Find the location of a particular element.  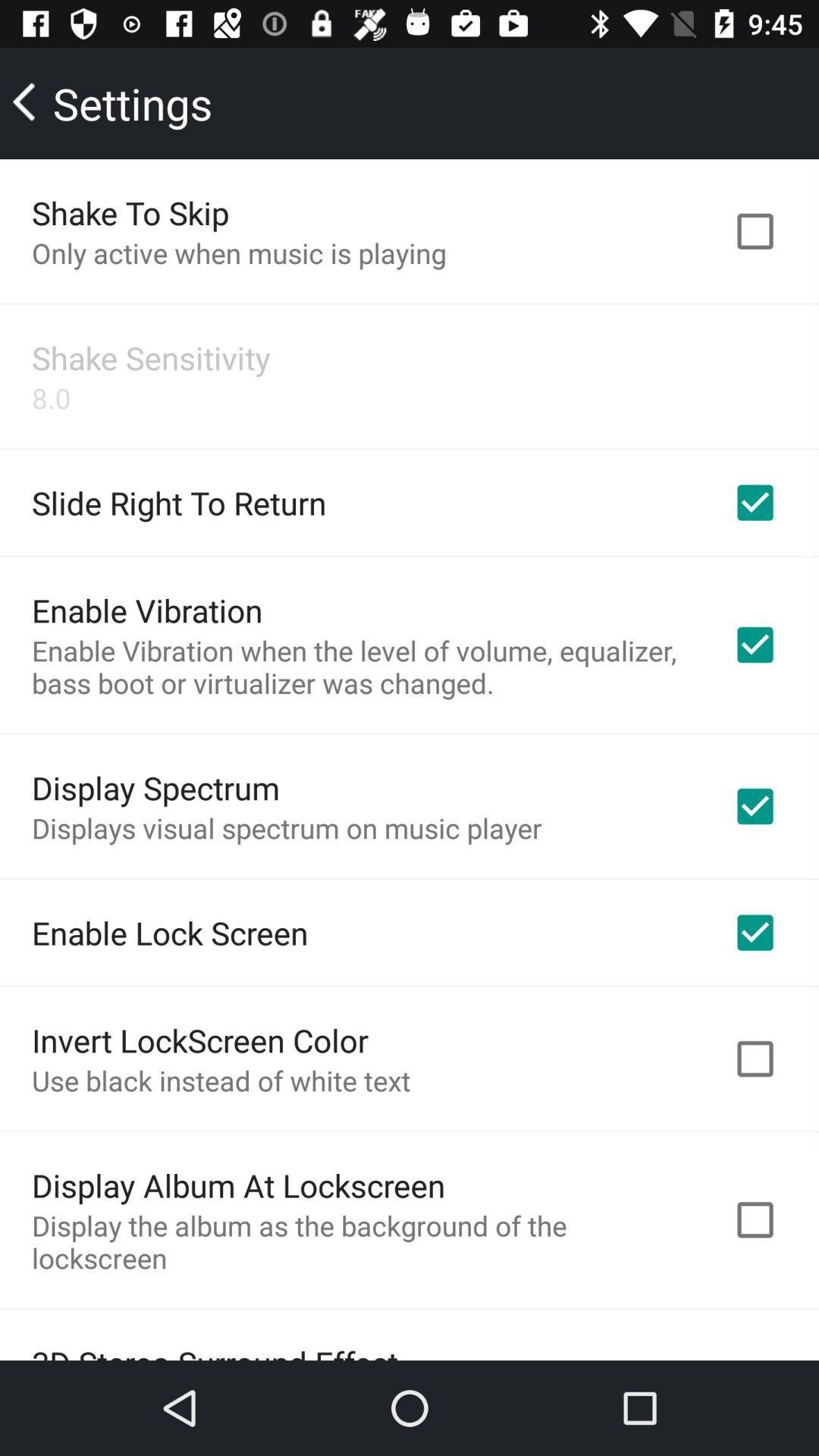

the item above only active when icon is located at coordinates (130, 212).